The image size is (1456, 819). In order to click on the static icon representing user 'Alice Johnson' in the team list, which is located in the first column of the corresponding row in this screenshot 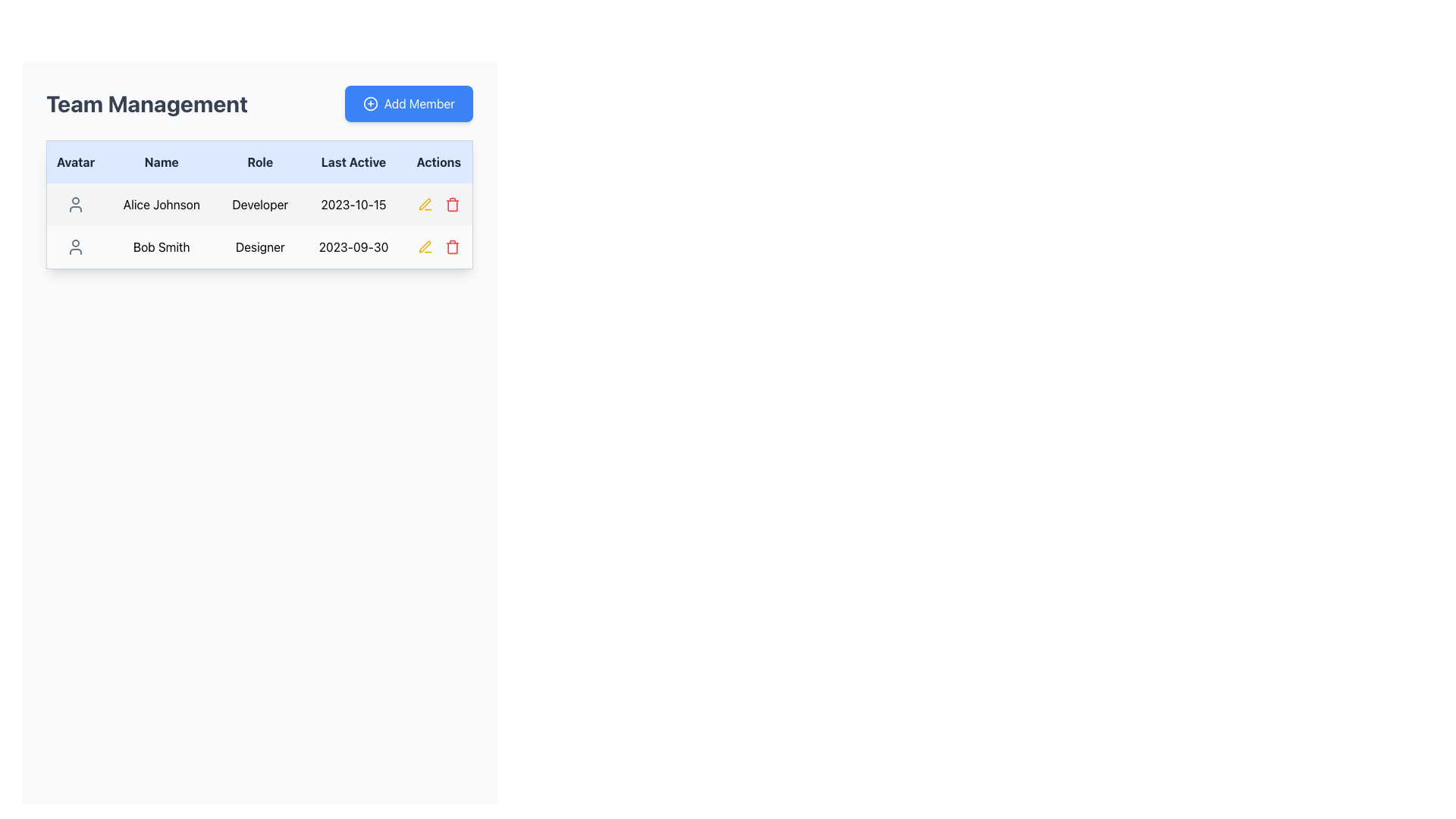, I will do `click(74, 205)`.